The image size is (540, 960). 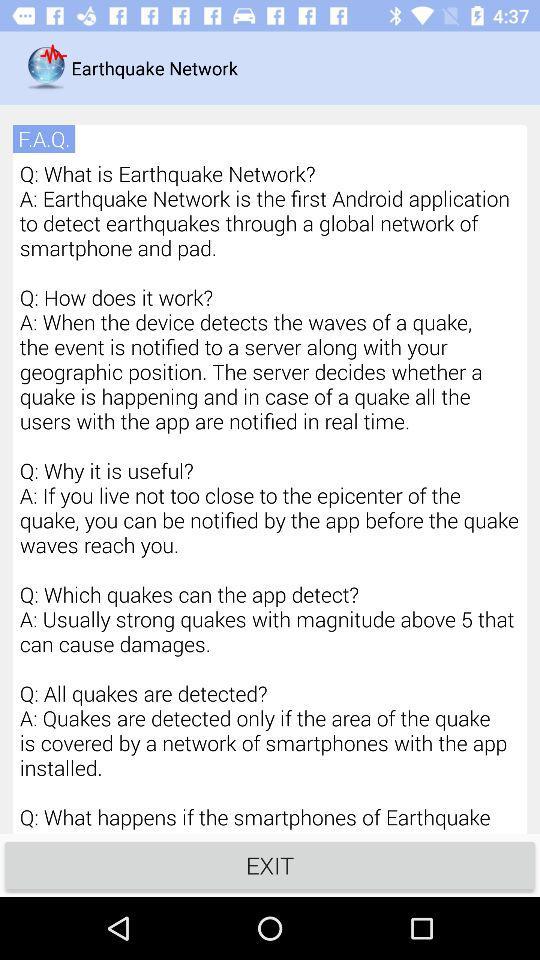 I want to click on q what is item, so click(x=270, y=495).